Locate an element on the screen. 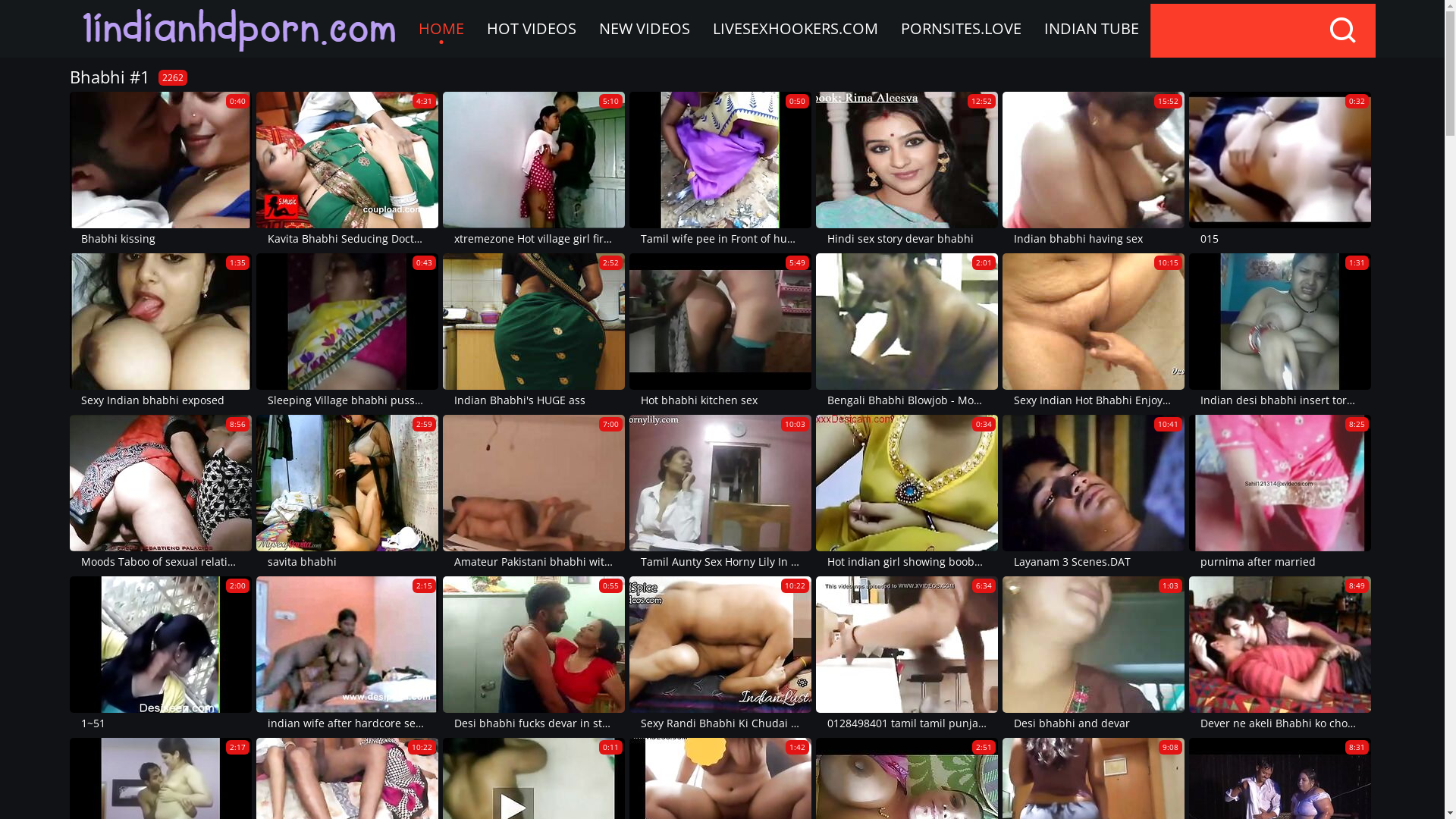 The width and height of the screenshot is (1456, 819). '0:40 is located at coordinates (160, 170).